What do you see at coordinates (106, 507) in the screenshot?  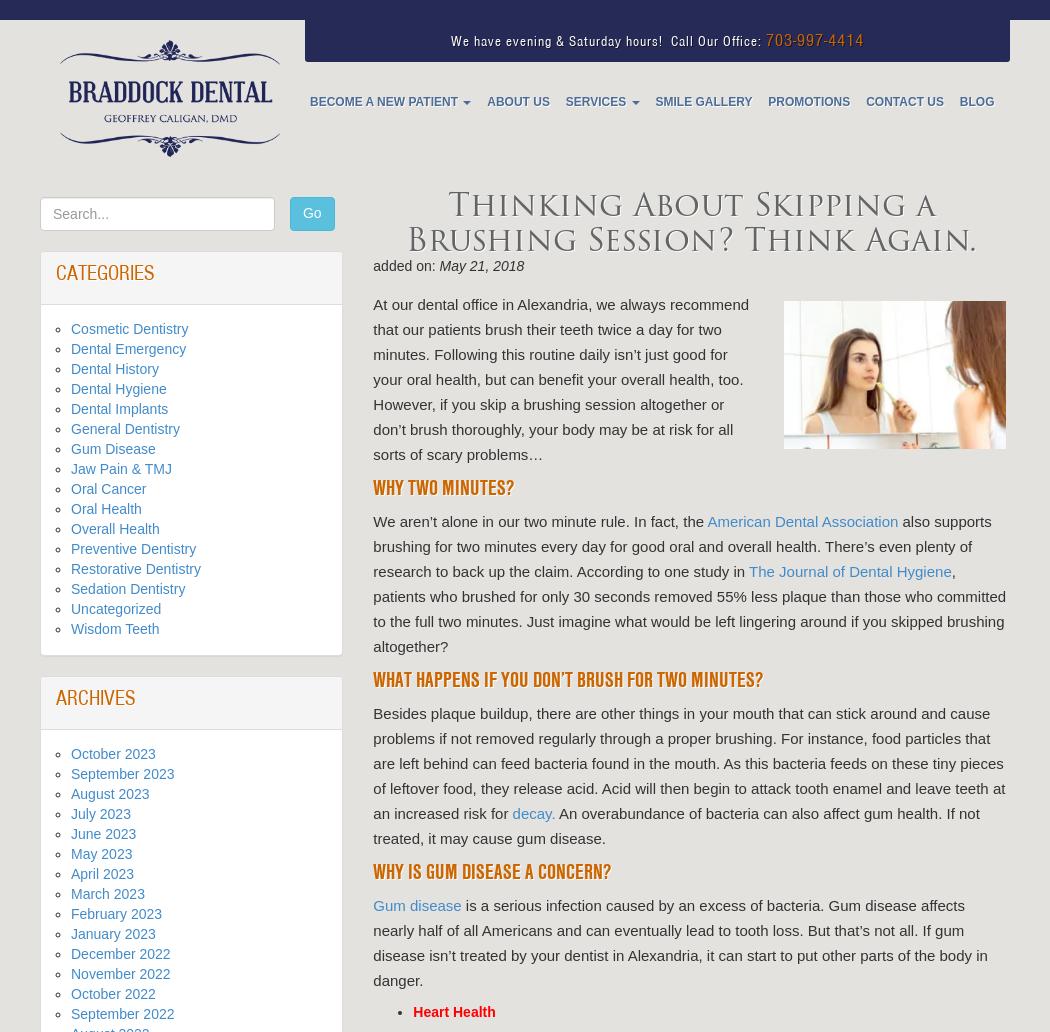 I see `'Oral Health'` at bounding box center [106, 507].